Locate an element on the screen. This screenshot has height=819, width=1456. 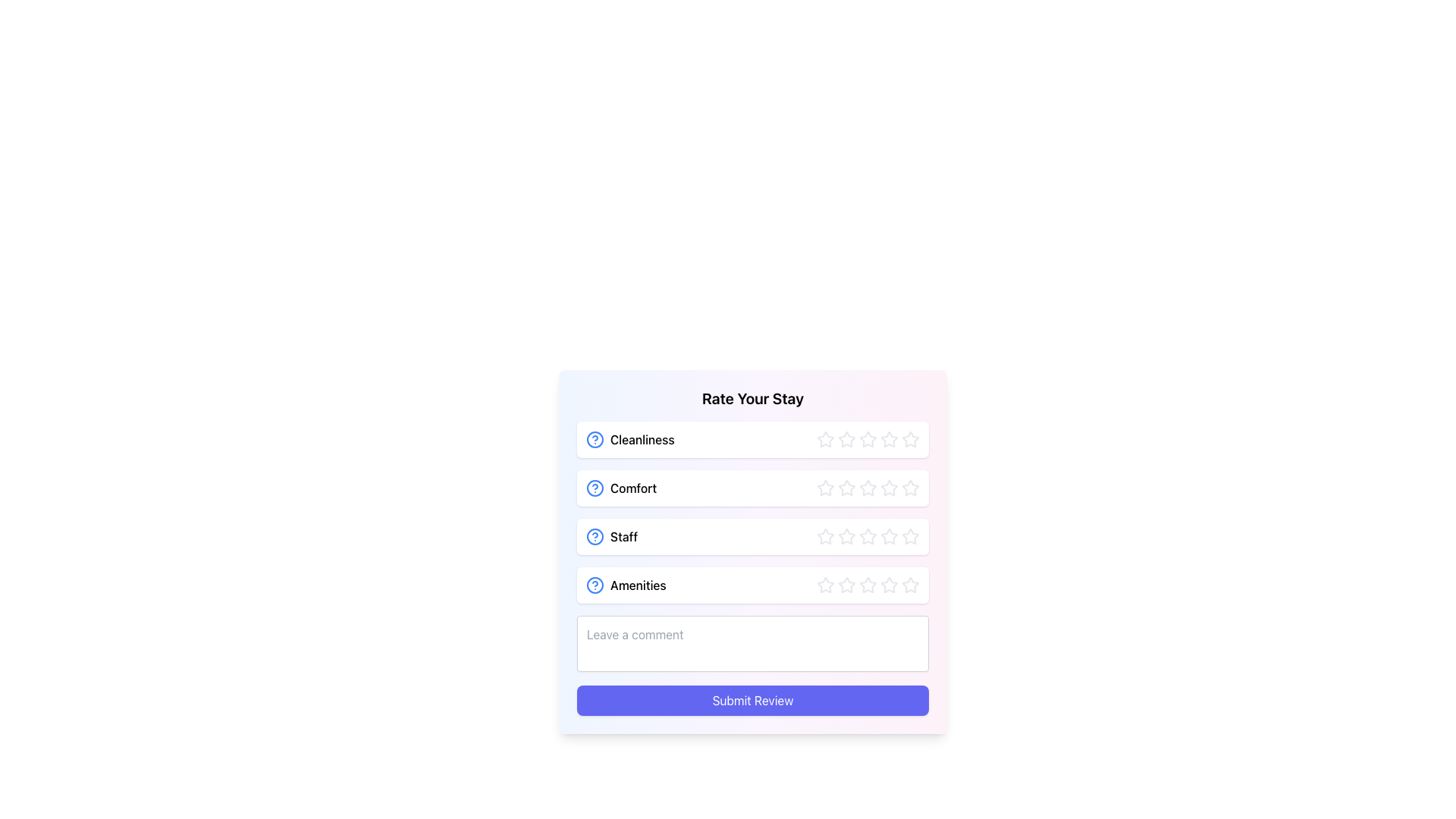
the 'Amenities' label with a blue question mark icon, which is the fourth item in the 'Rate Your Stay' card section, located between the 'Staff' section and the comment input box is located at coordinates (626, 584).